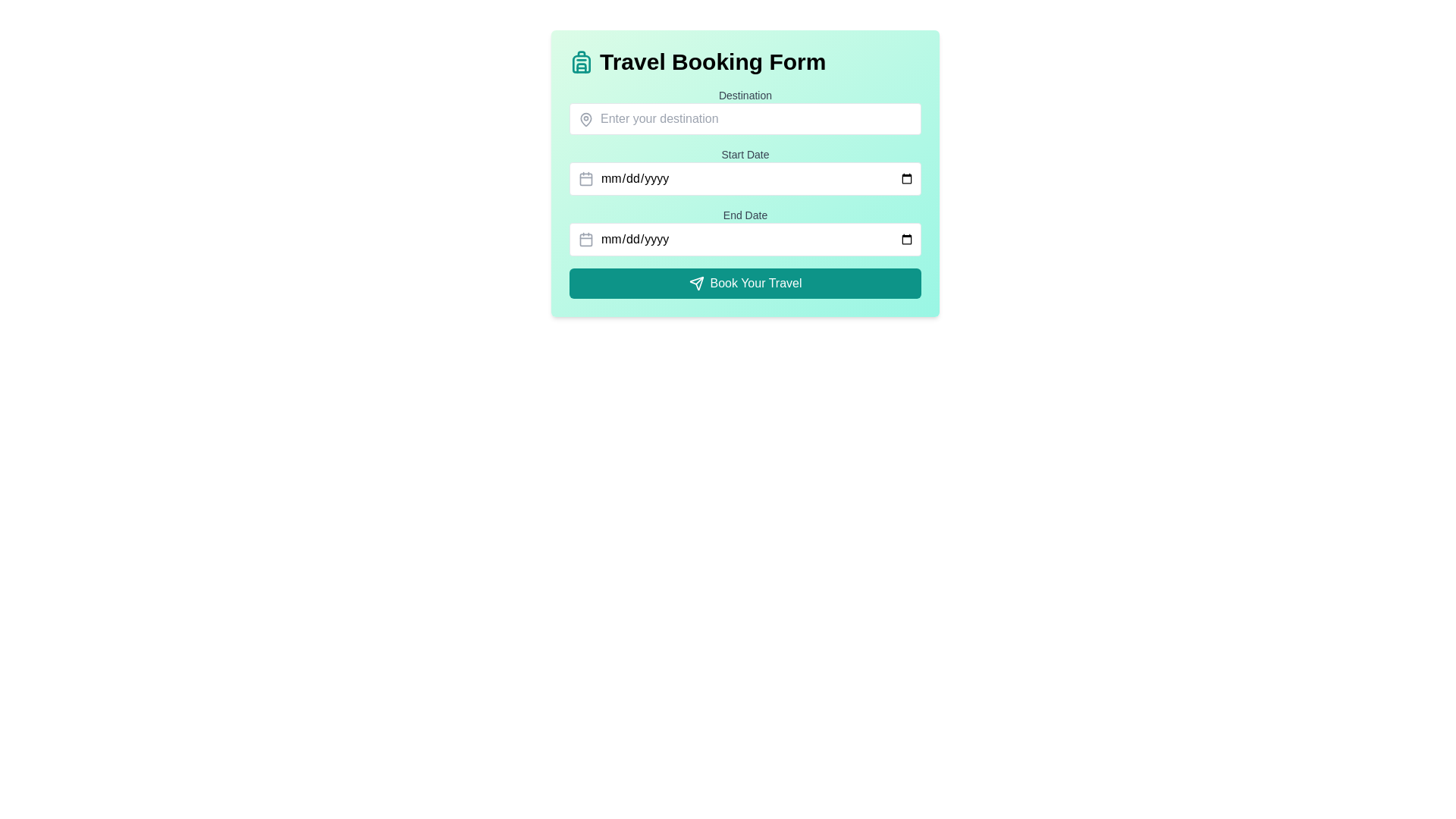  I want to click on text 'Travel Booking Form' from the Header element located at the top of the travel booking form, which includes a backpack icon to the left of the title, so click(745, 61).